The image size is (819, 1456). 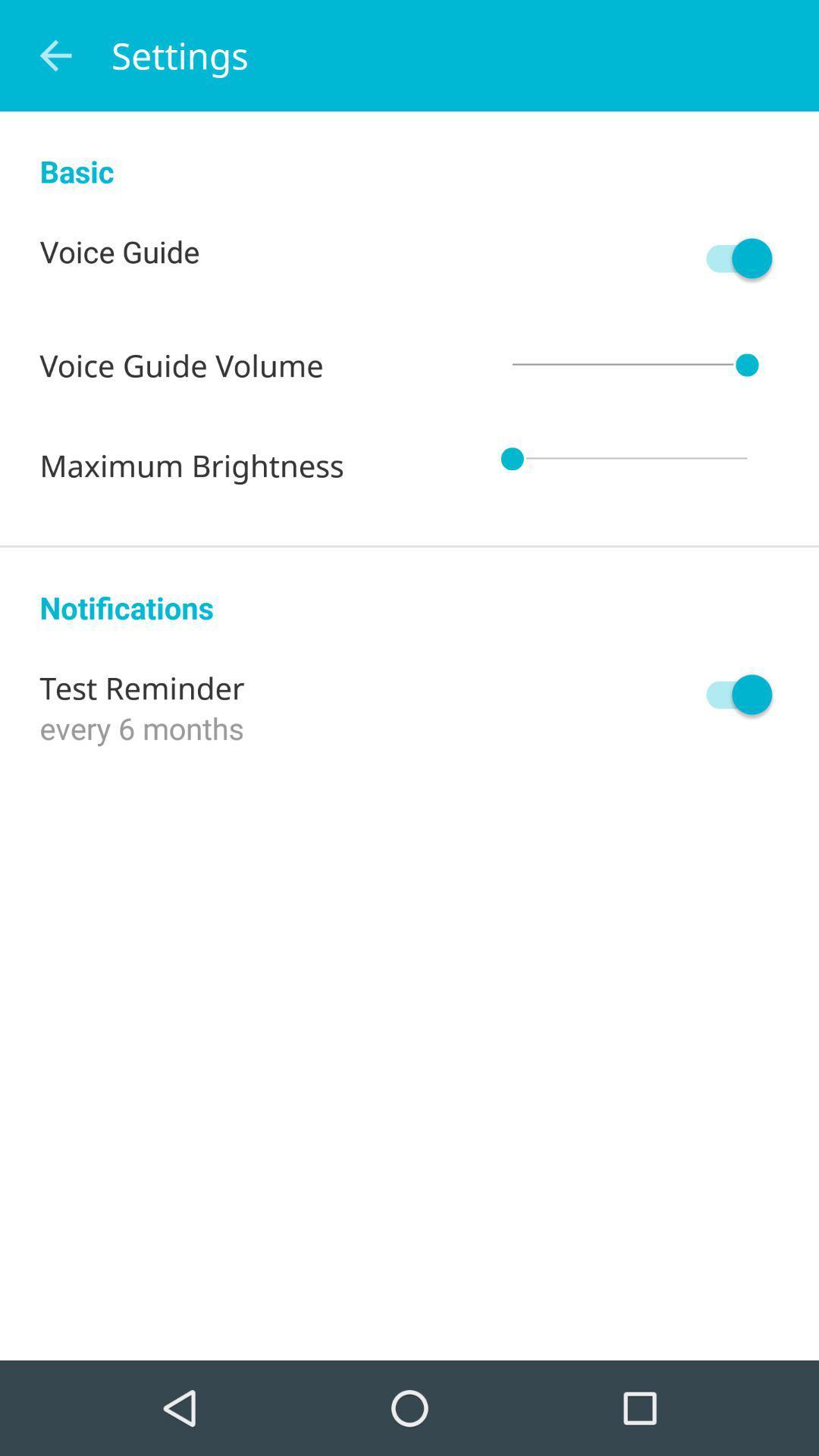 I want to click on voice guide on/off, so click(x=731, y=258).